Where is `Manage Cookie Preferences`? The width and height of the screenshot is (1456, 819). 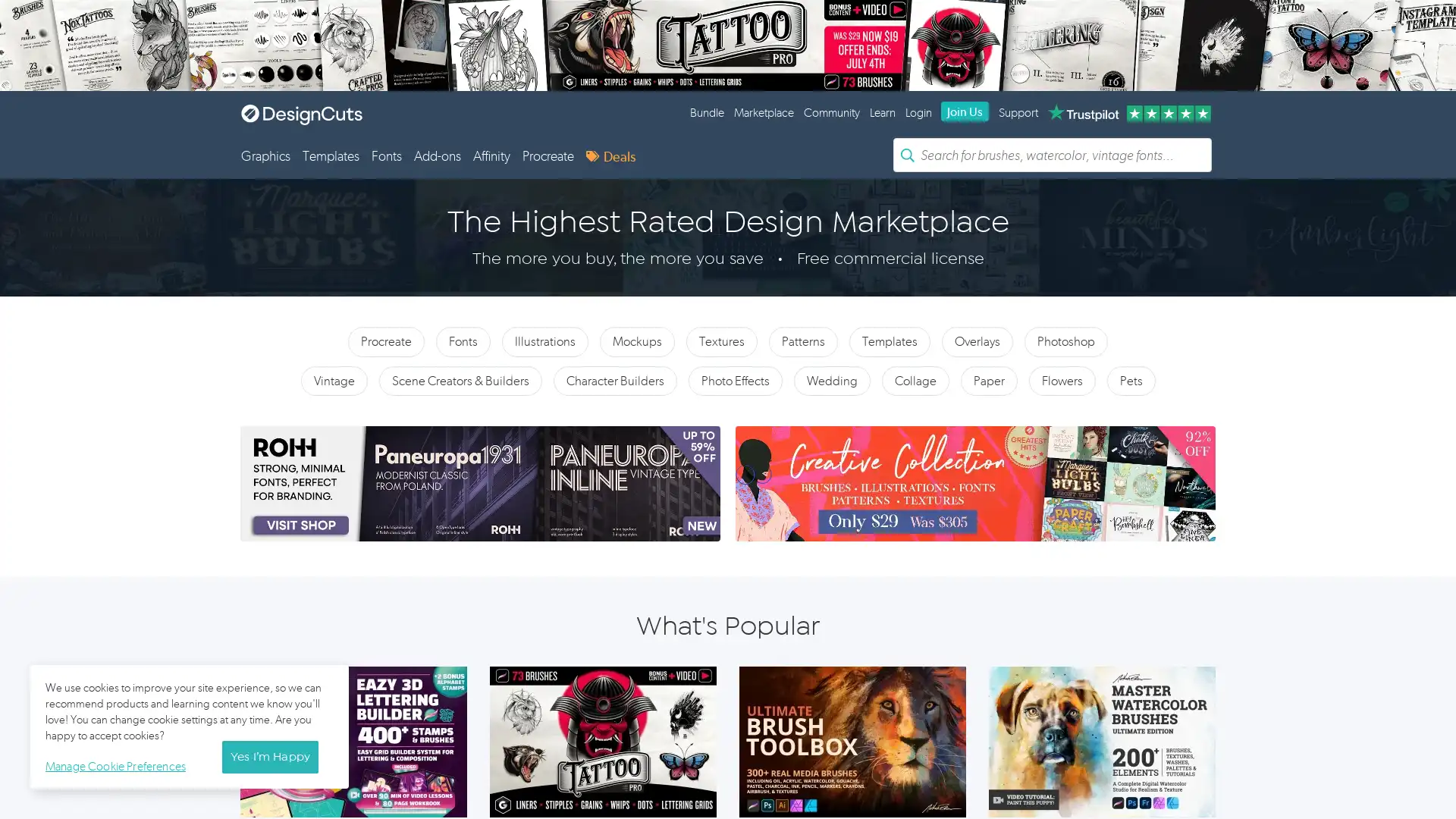 Manage Cookie Preferences is located at coordinates (118, 764).